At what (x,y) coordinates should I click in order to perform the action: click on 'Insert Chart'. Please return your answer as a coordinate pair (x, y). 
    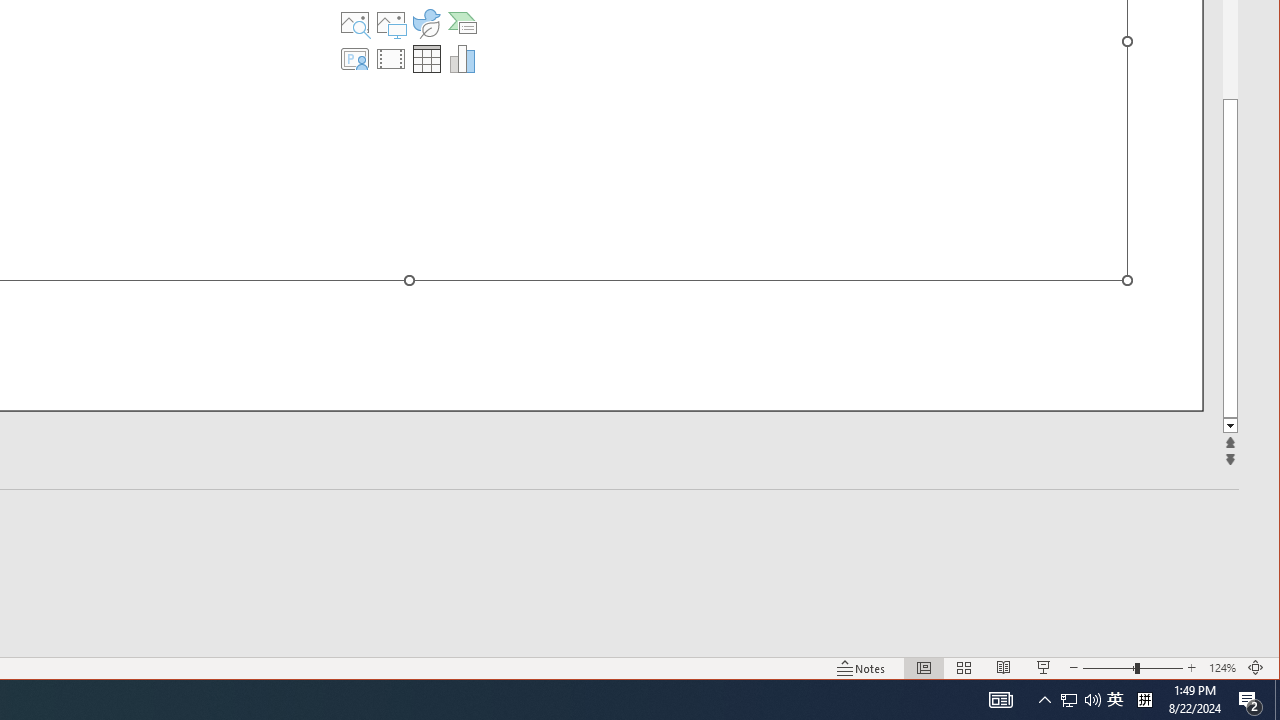
    Looking at the image, I should click on (461, 58).